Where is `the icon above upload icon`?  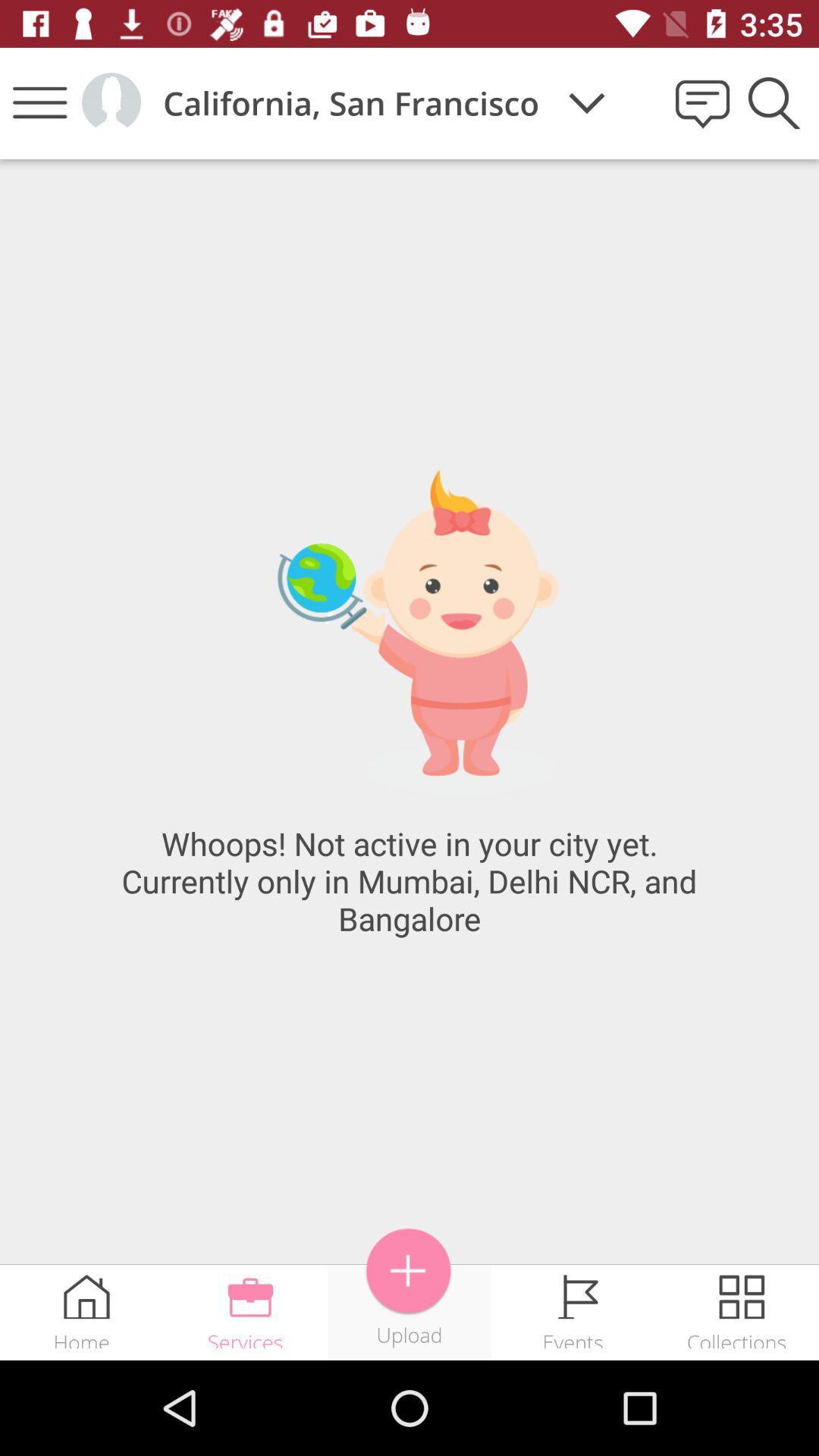
the icon above upload icon is located at coordinates (408, 1271).